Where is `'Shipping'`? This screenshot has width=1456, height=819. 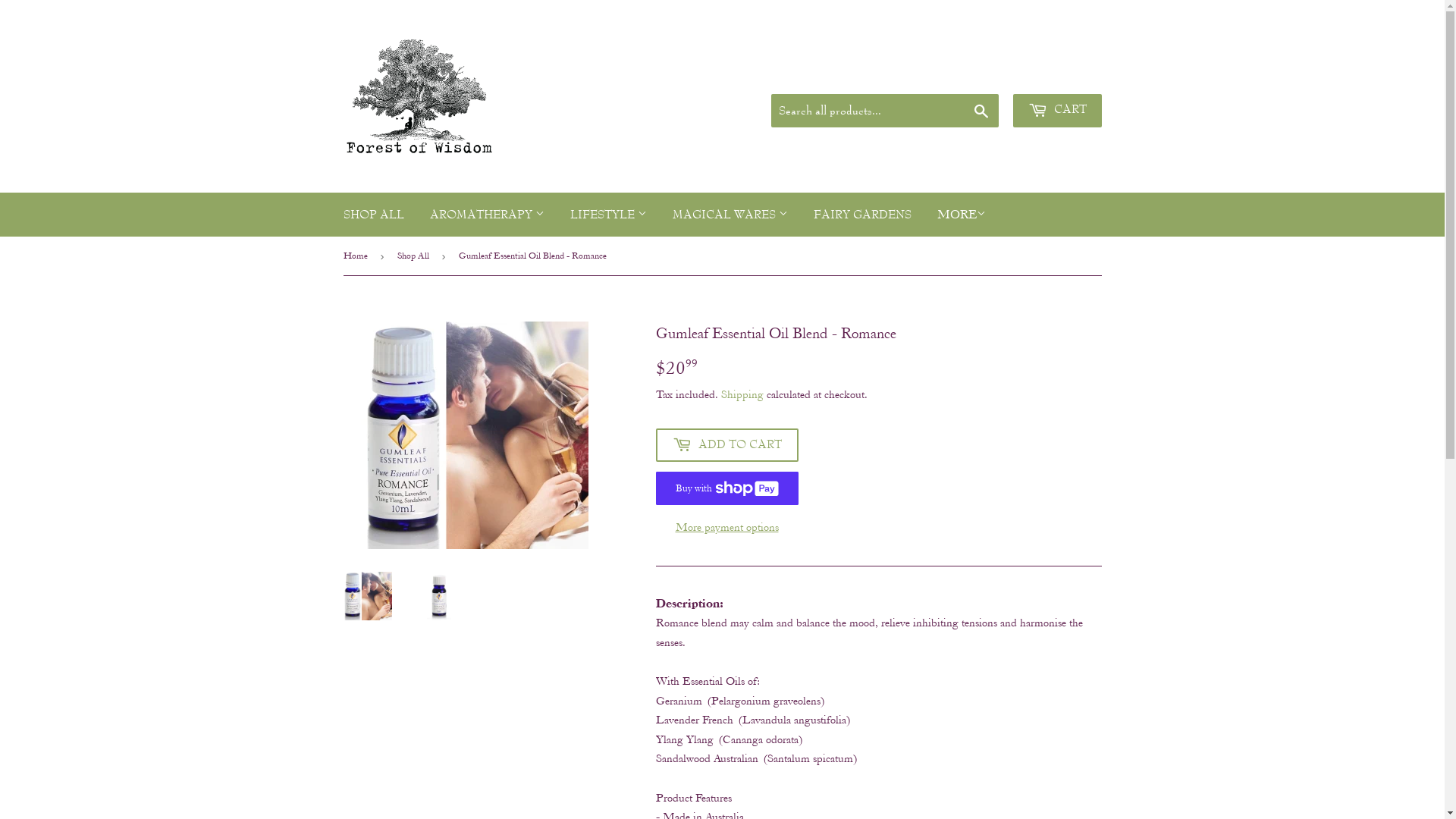 'Shipping' is located at coordinates (742, 394).